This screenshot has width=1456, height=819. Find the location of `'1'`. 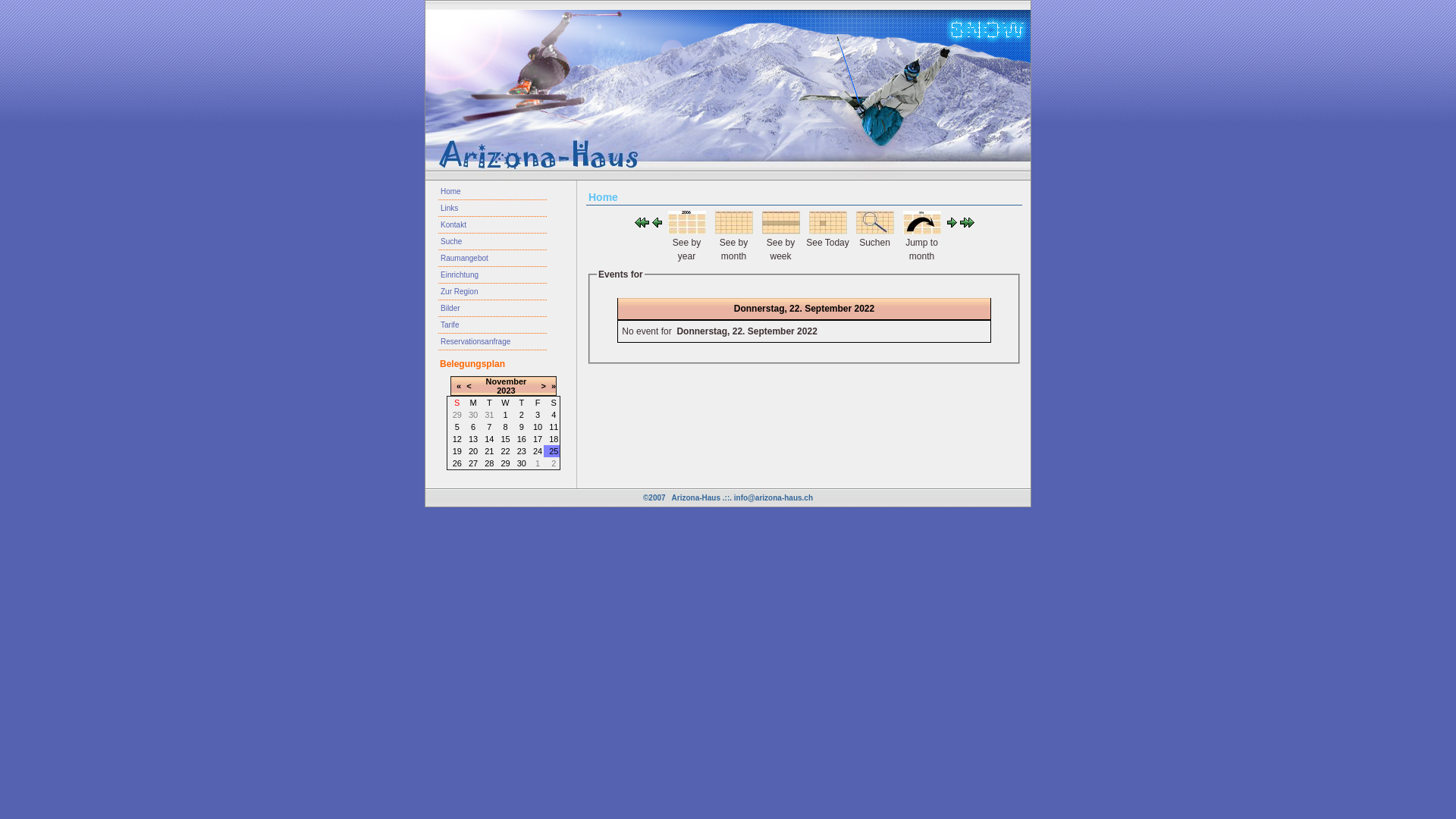

'1' is located at coordinates (505, 415).